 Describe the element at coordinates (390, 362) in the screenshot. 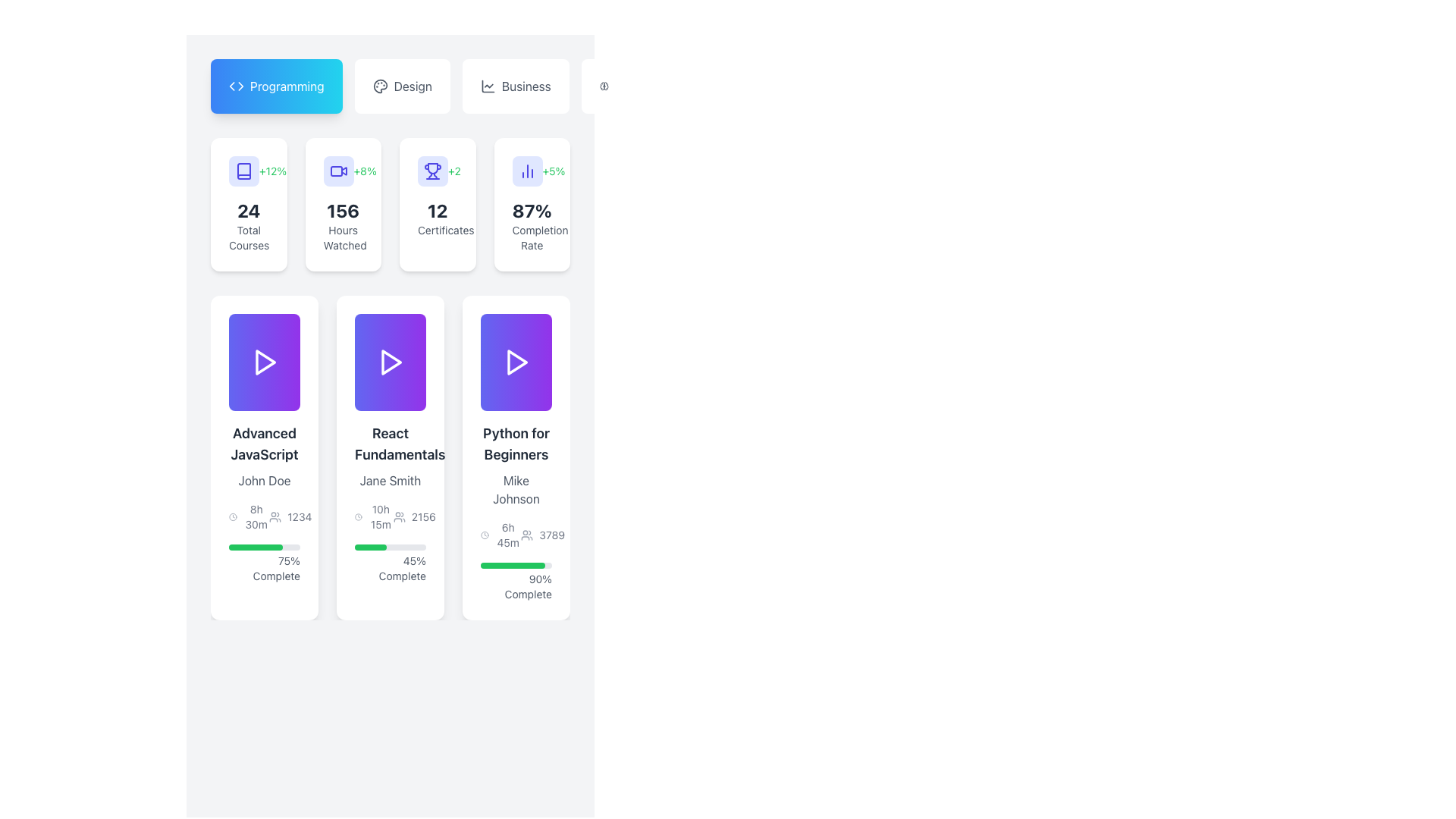

I see `the graphical play indicator icon button in the 'React Fundamentals' card` at that location.